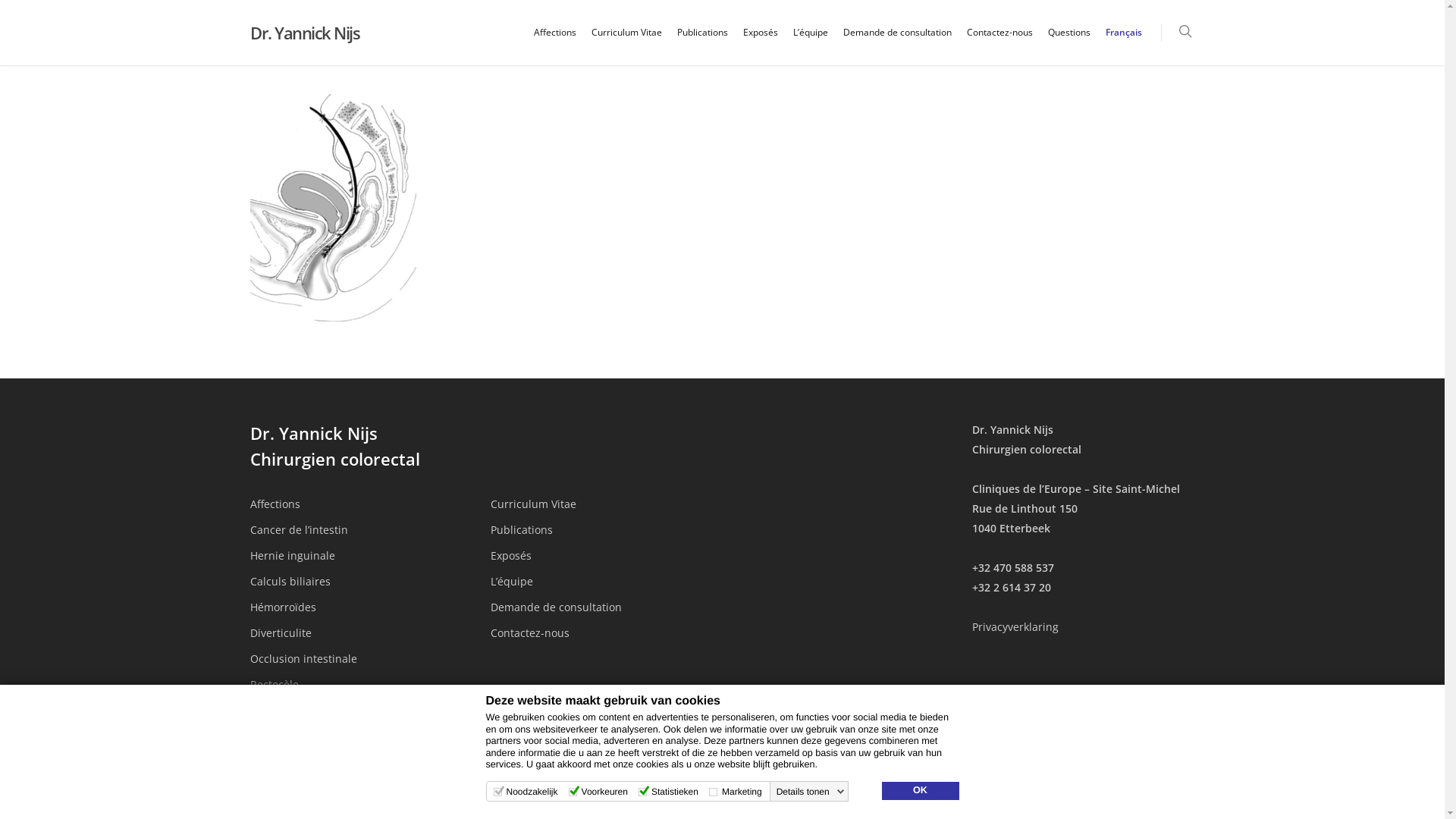 The width and height of the screenshot is (1456, 819). What do you see at coordinates (1068, 42) in the screenshot?
I see `'Questions'` at bounding box center [1068, 42].